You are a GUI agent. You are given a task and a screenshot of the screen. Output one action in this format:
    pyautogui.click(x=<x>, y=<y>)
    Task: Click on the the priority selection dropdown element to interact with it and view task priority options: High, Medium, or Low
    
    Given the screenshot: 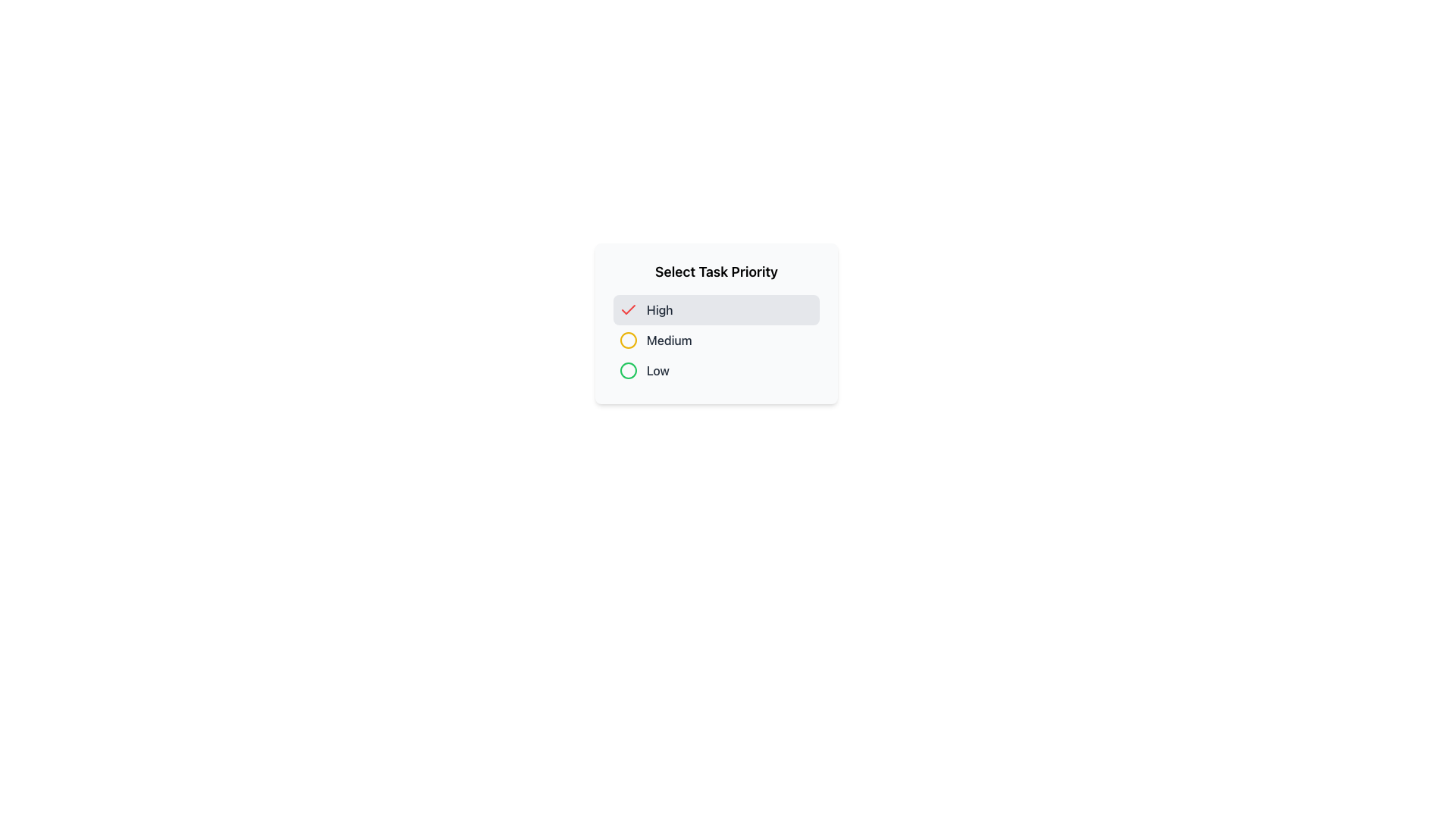 What is the action you would take?
    pyautogui.click(x=716, y=323)
    